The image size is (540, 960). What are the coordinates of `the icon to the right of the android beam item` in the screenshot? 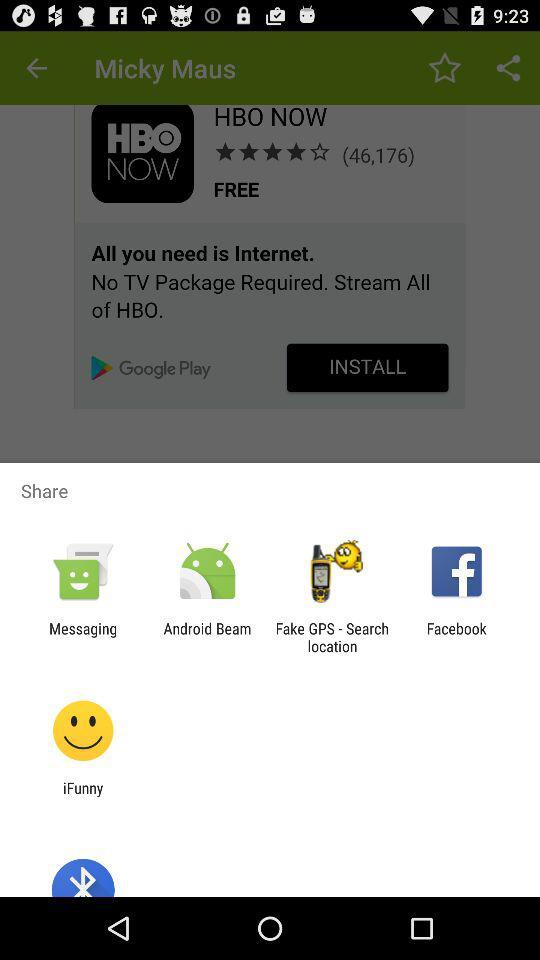 It's located at (332, 636).